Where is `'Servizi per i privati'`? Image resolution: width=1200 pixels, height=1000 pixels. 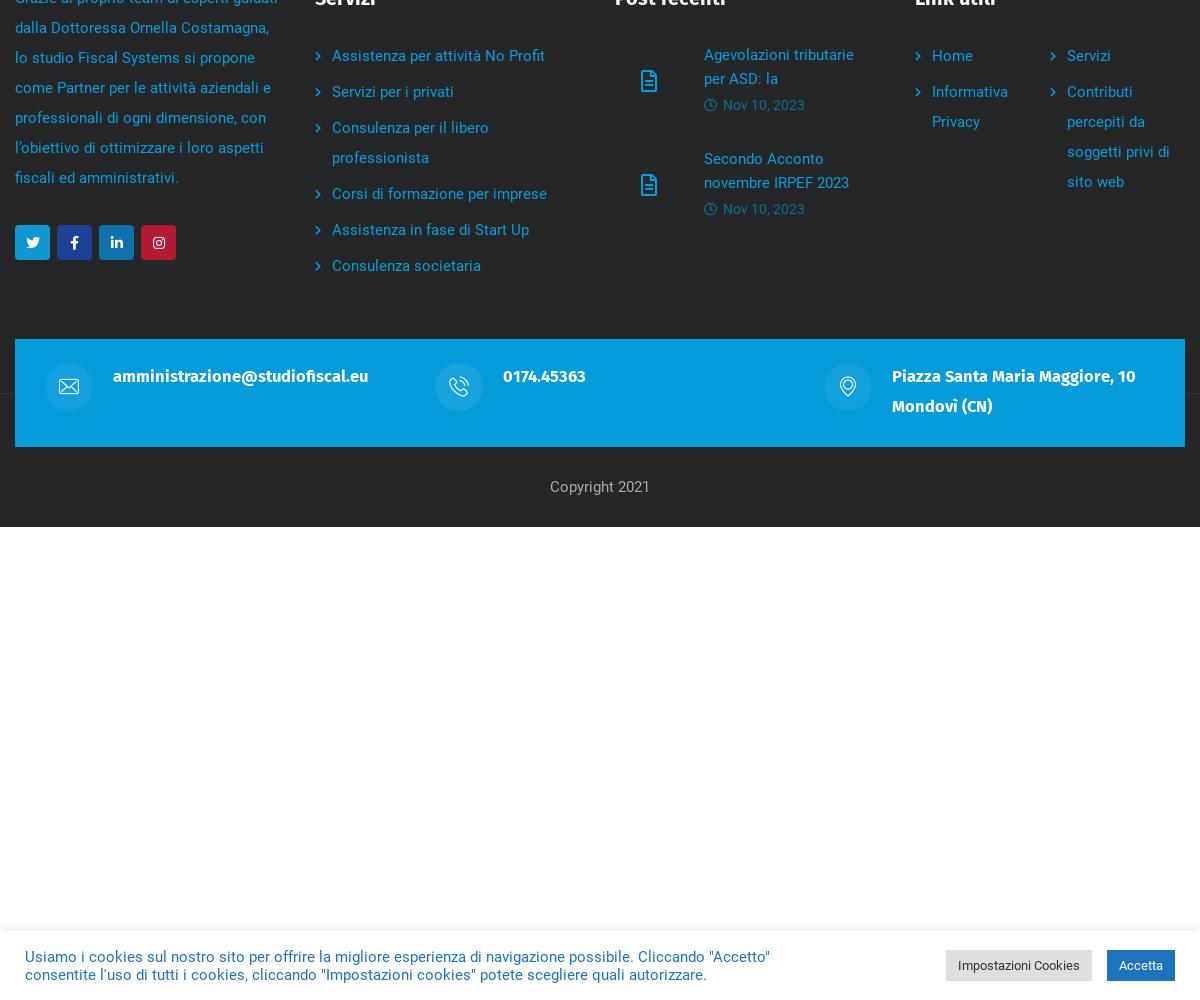 'Servizi per i privati' is located at coordinates (393, 91).